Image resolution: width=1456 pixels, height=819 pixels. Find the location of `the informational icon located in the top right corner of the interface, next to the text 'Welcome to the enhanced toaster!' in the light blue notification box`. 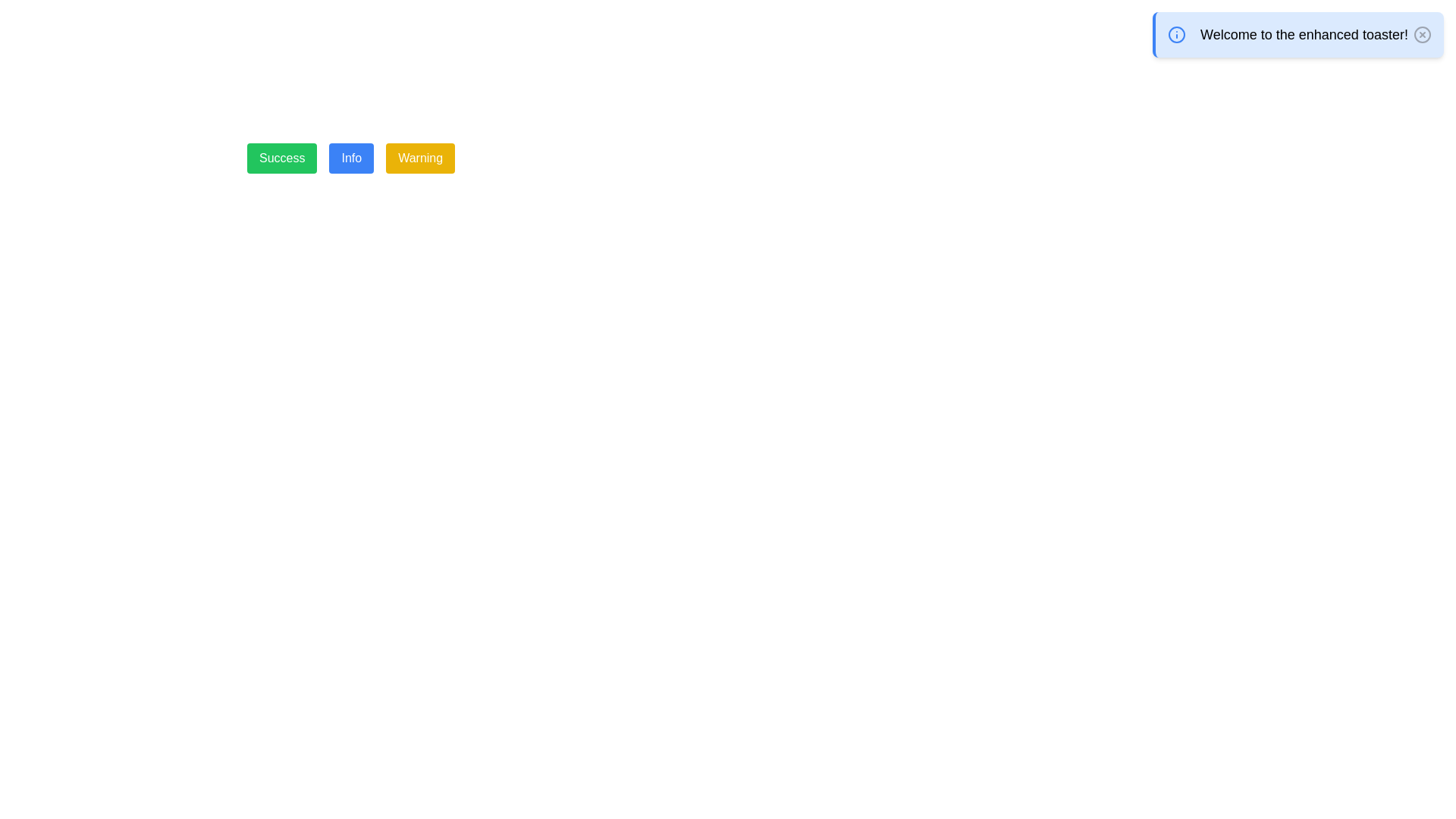

the informational icon located in the top right corner of the interface, next to the text 'Welcome to the enhanced toaster!' in the light blue notification box is located at coordinates (1175, 34).